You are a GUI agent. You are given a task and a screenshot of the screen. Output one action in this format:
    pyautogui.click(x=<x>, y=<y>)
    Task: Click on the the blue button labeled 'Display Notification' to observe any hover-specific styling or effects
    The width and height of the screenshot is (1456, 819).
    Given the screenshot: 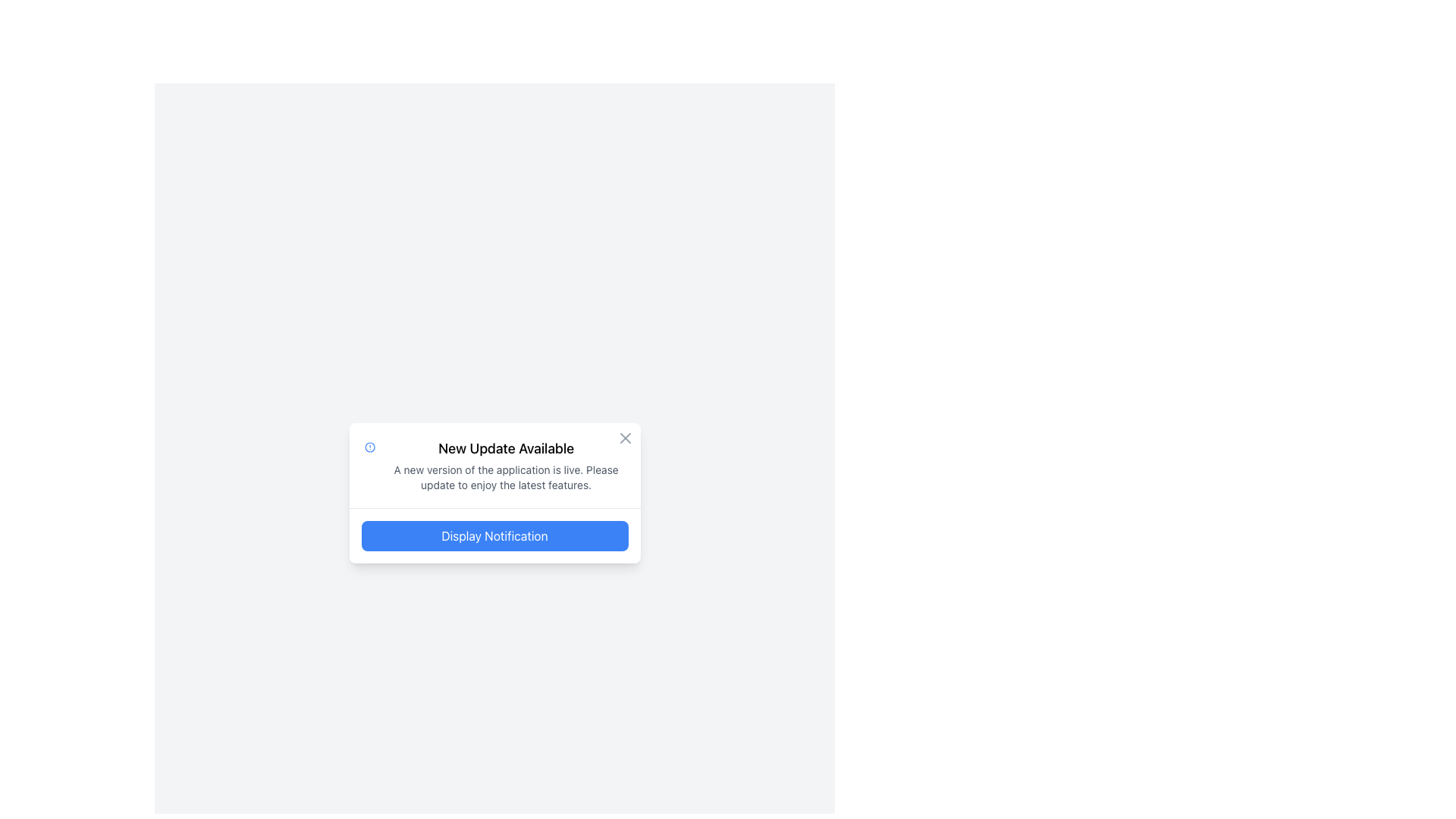 What is the action you would take?
    pyautogui.click(x=494, y=535)
    